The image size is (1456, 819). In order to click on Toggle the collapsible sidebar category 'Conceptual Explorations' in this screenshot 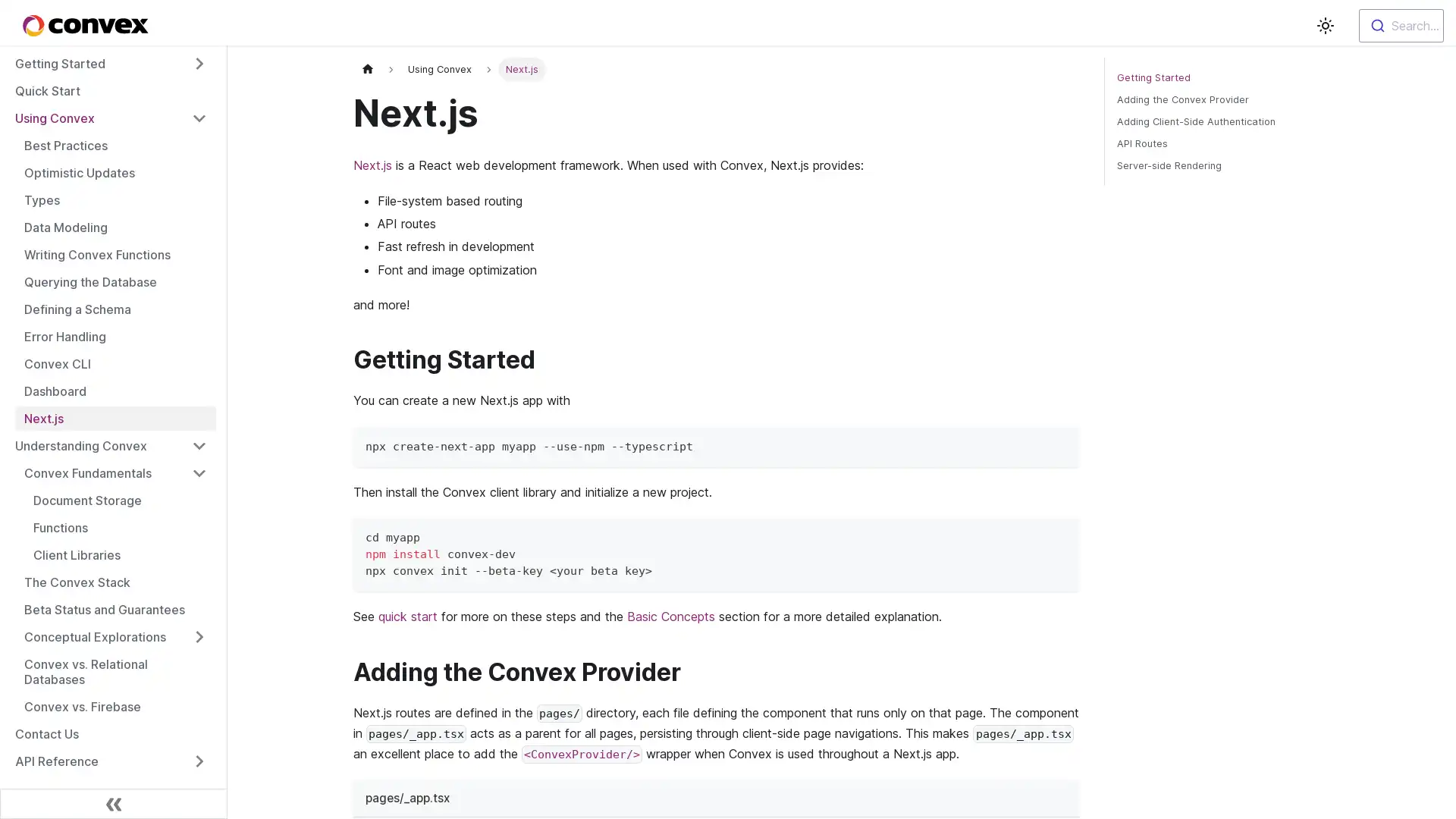, I will do `click(199, 637)`.